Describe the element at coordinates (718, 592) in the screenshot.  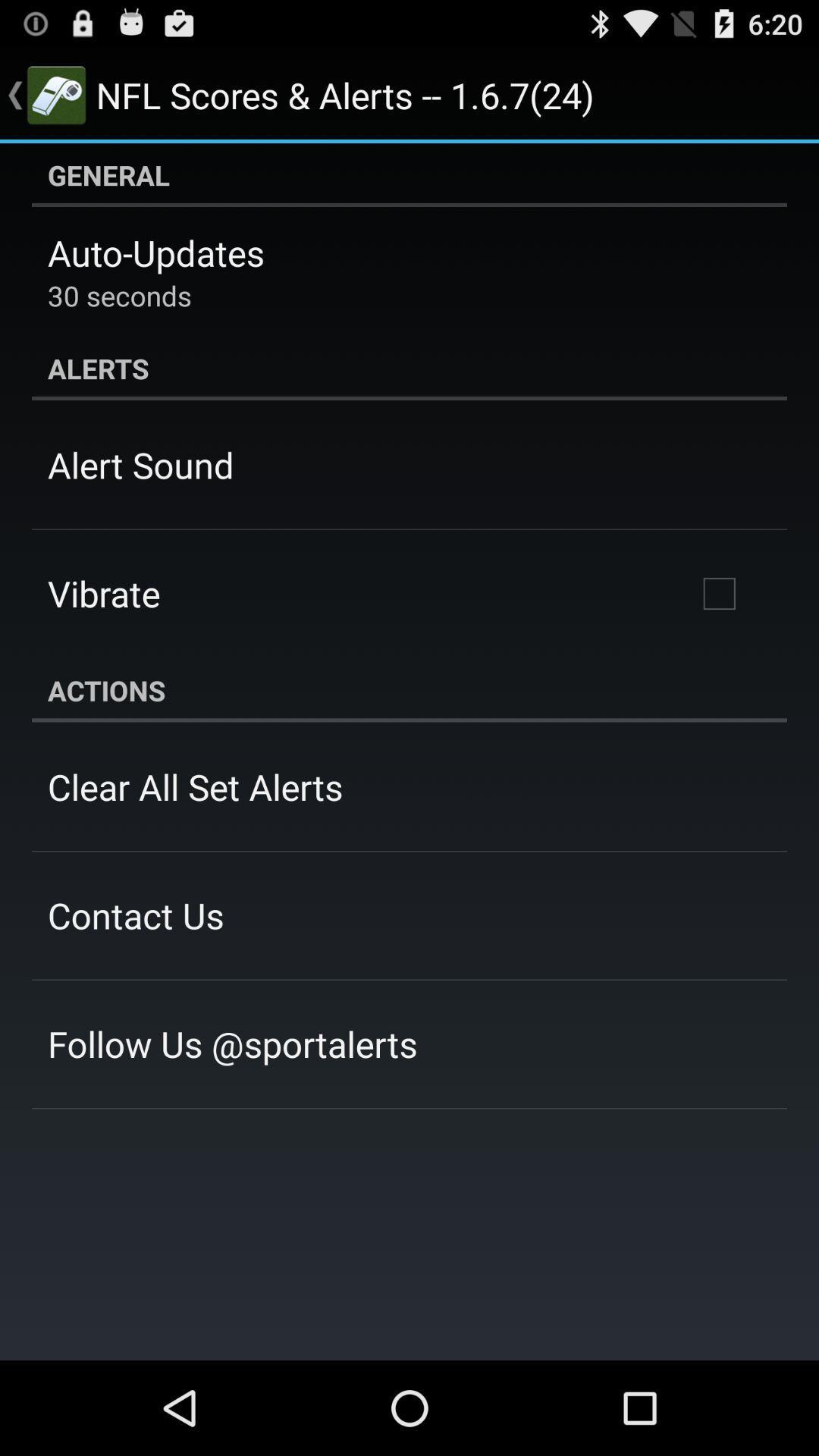
I see `the icon on the right` at that location.